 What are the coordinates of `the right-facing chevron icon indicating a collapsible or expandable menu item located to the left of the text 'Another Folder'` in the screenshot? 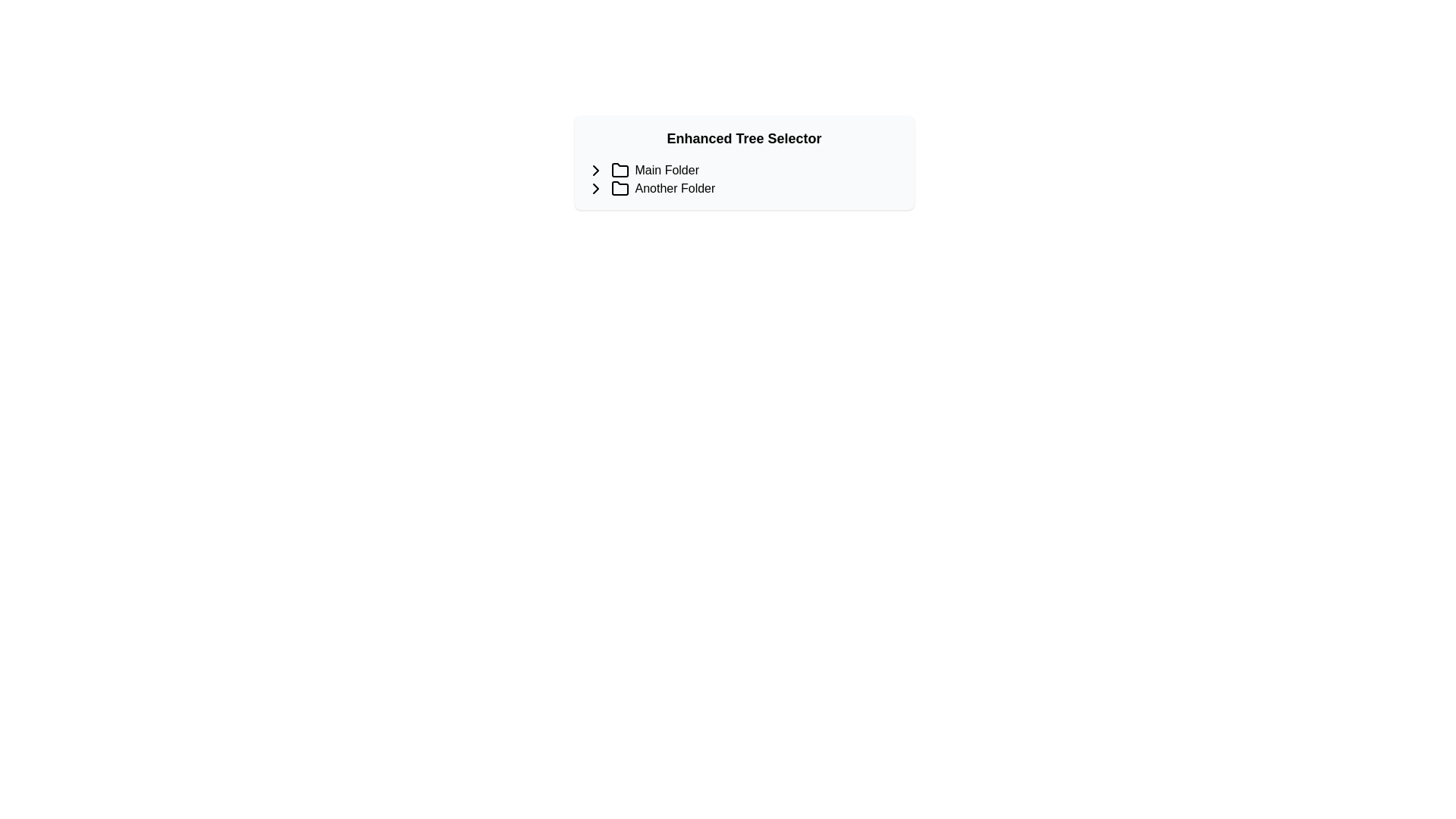 It's located at (595, 170).